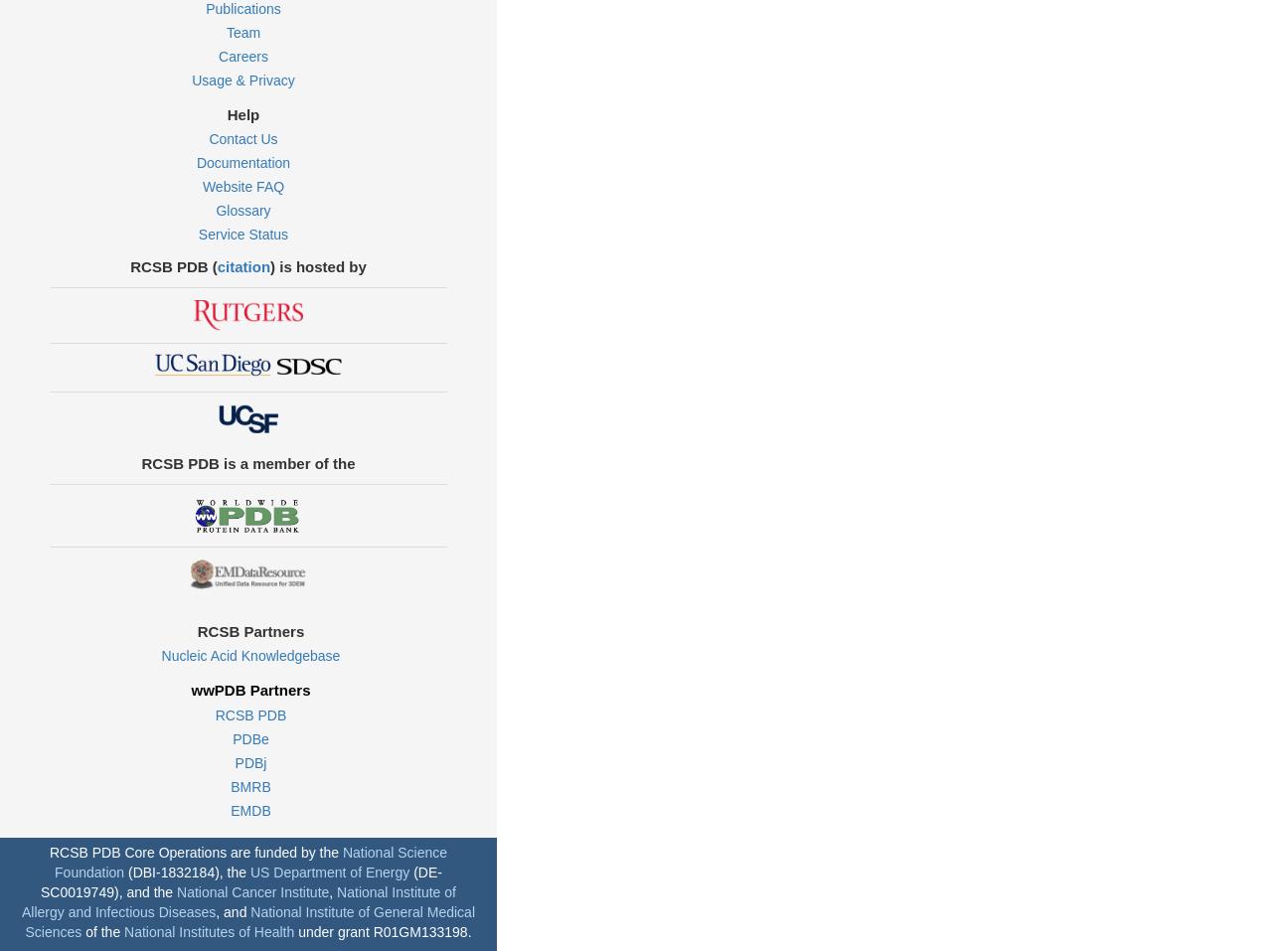  Describe the element at coordinates (102, 930) in the screenshot. I see `'of the'` at that location.